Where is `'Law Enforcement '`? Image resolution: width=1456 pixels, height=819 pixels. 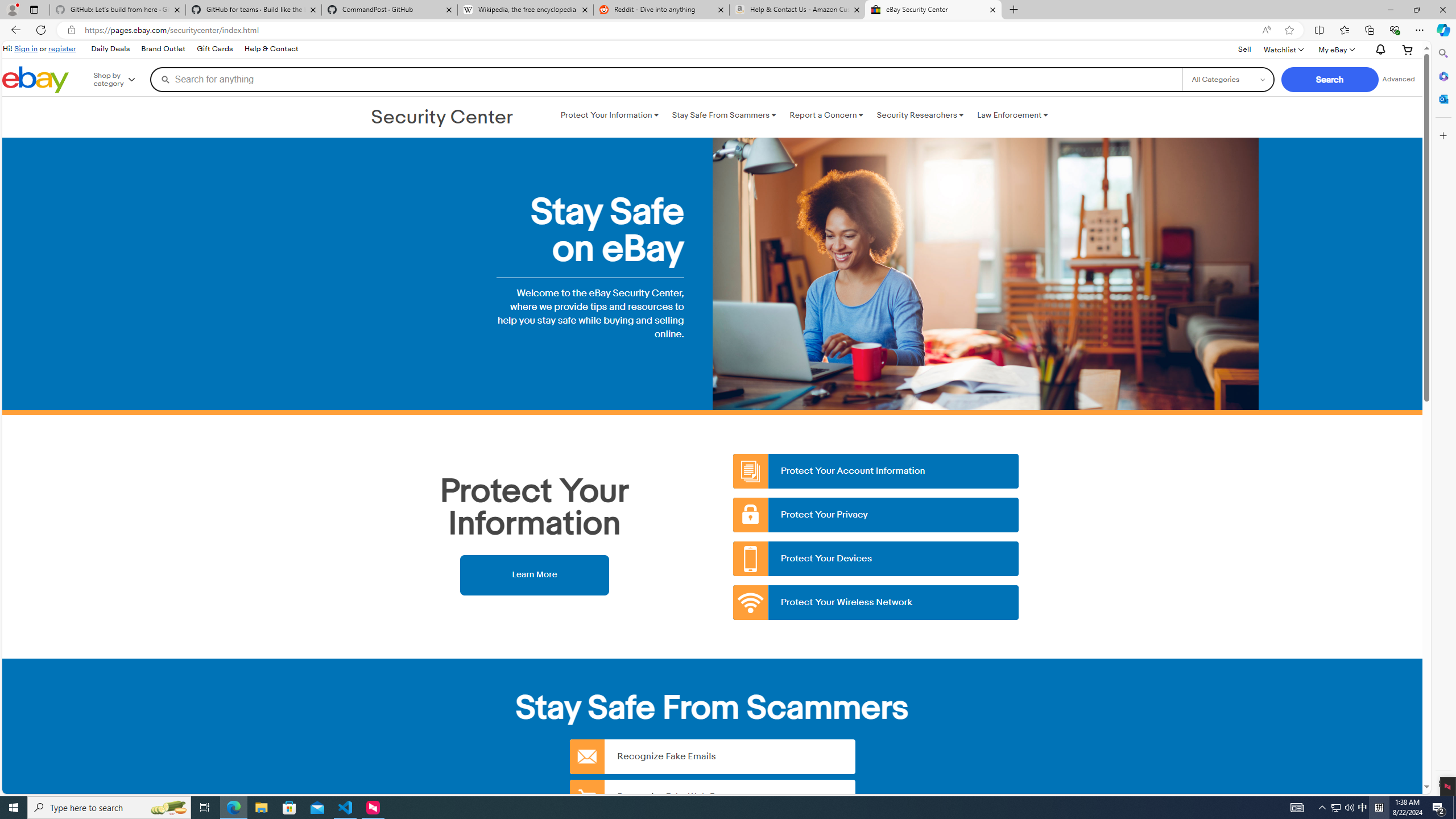 'Law Enforcement ' is located at coordinates (1012, 115).